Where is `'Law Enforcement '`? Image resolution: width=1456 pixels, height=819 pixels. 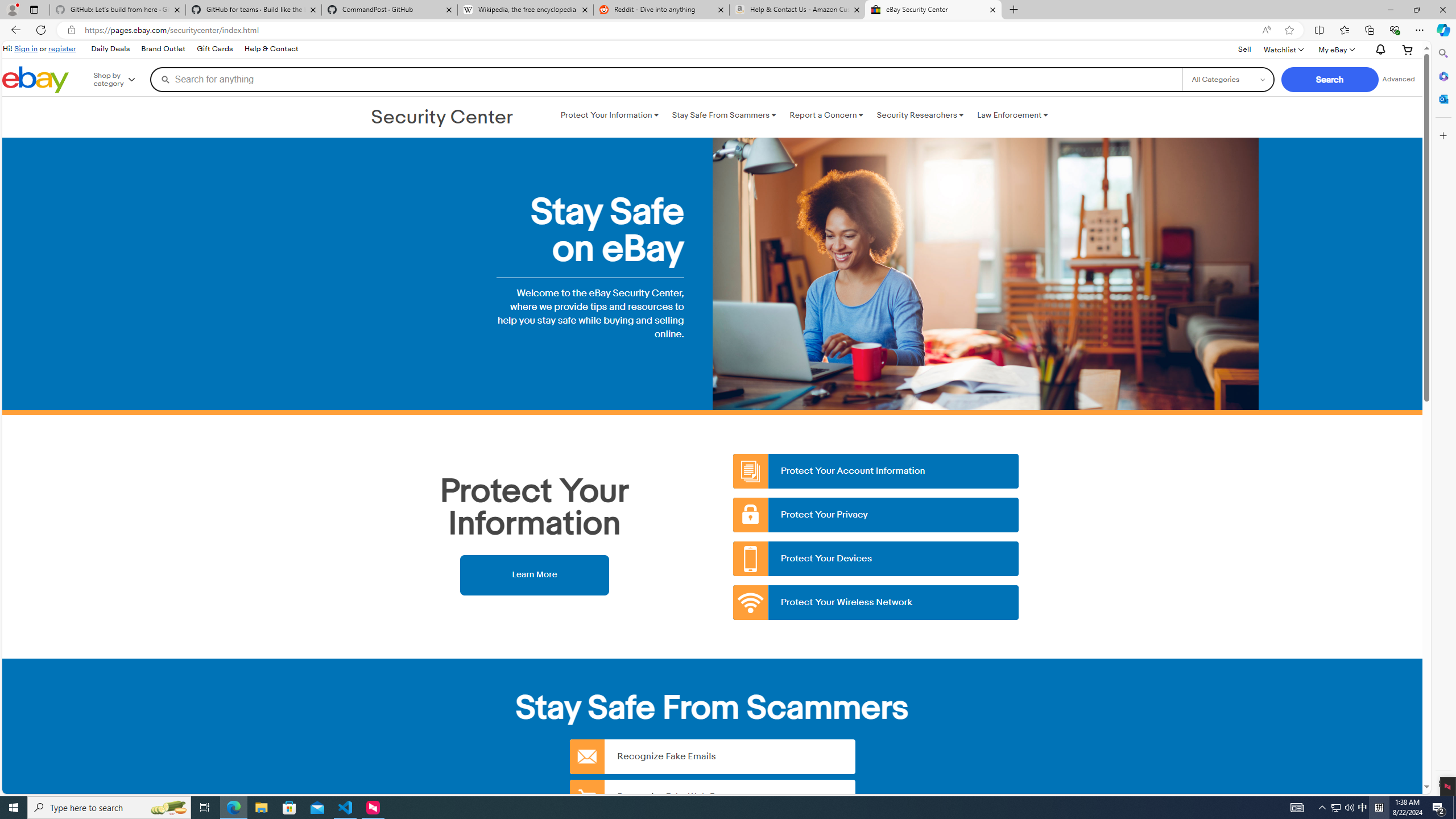 'Law Enforcement ' is located at coordinates (1012, 115).